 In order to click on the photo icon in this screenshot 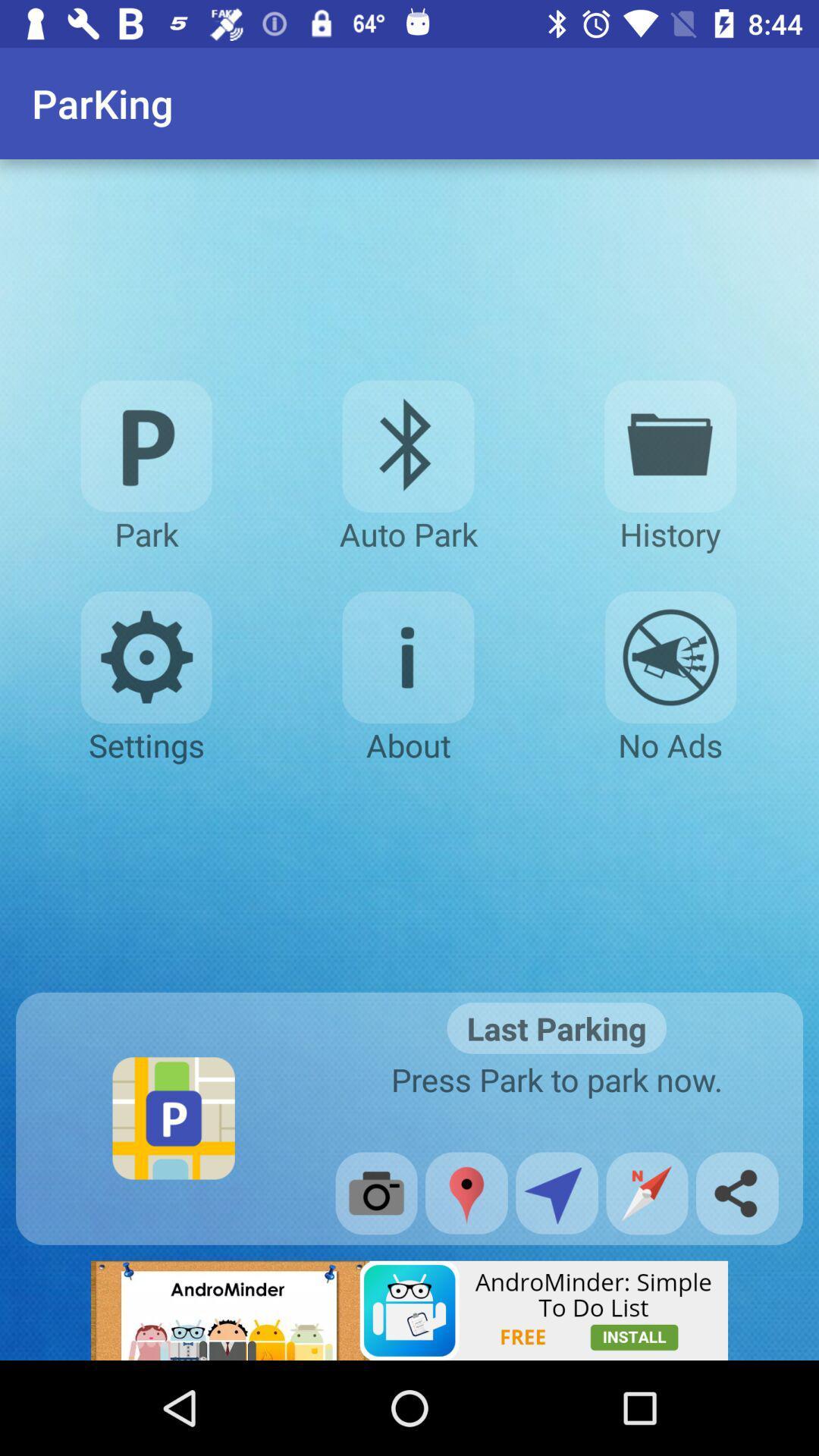, I will do `click(375, 1192)`.